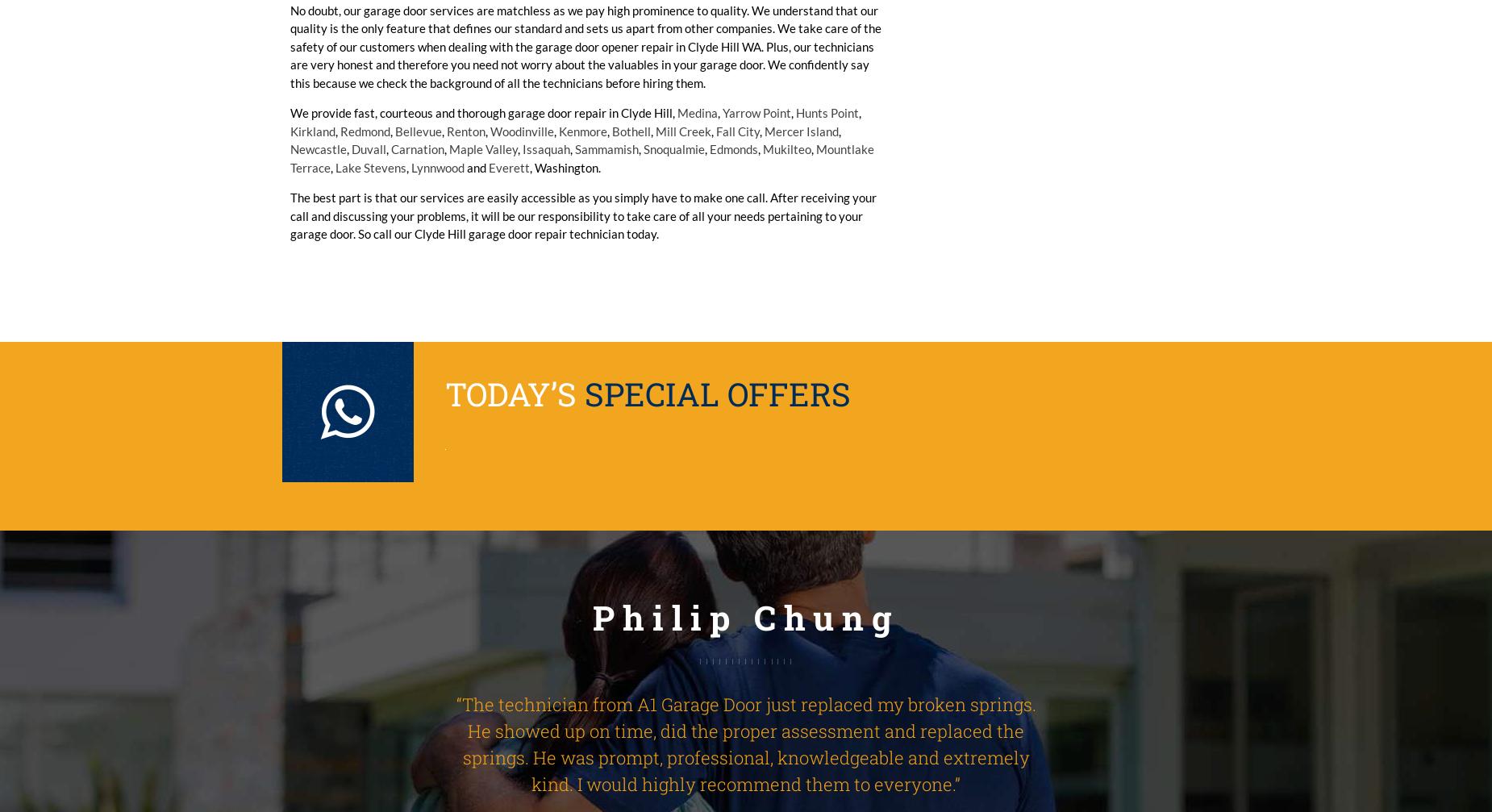 Image resolution: width=1492 pixels, height=812 pixels. I want to click on 'Fall City', so click(738, 131).